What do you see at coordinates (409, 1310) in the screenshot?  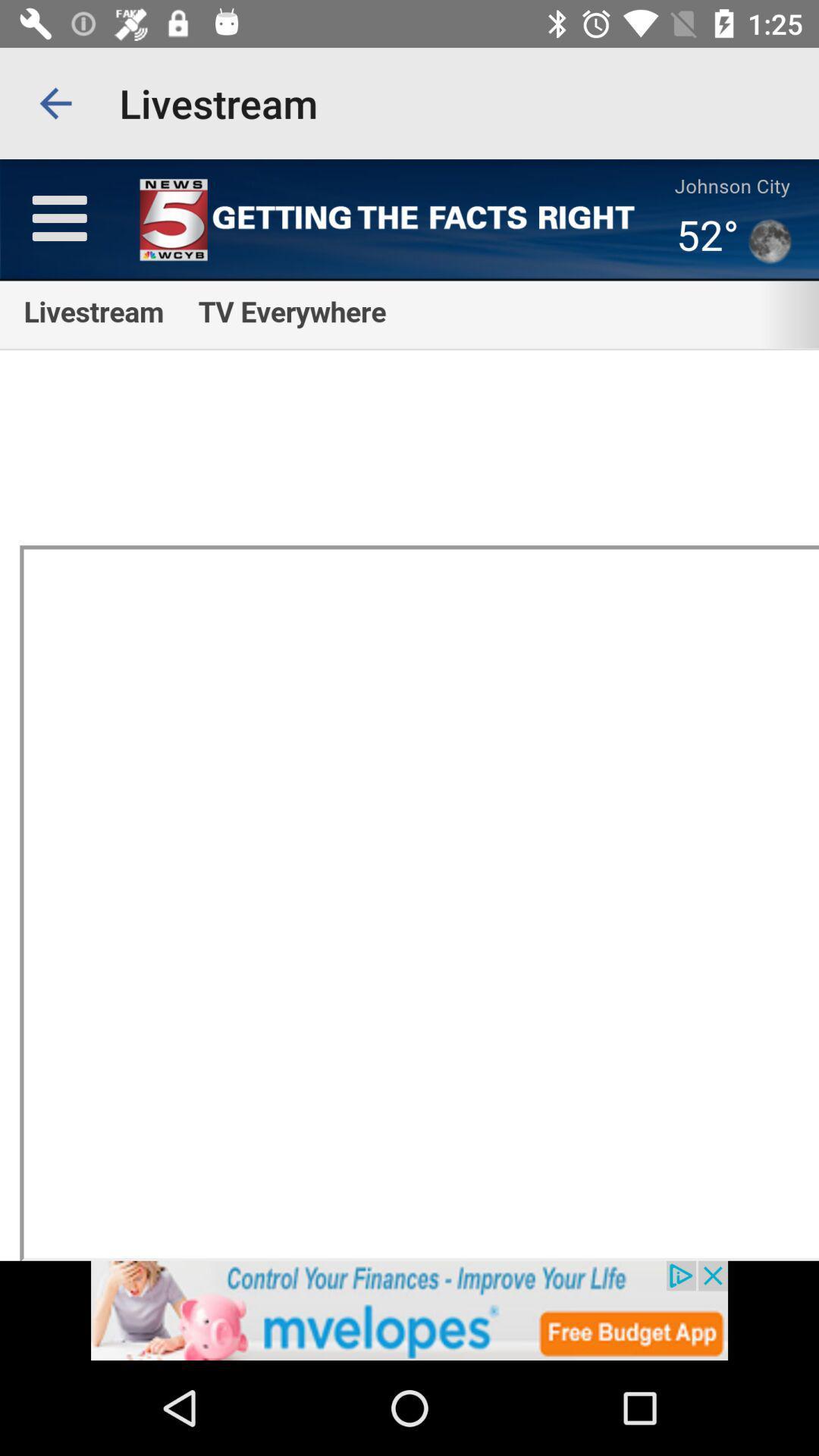 I see `advertisement website` at bounding box center [409, 1310].